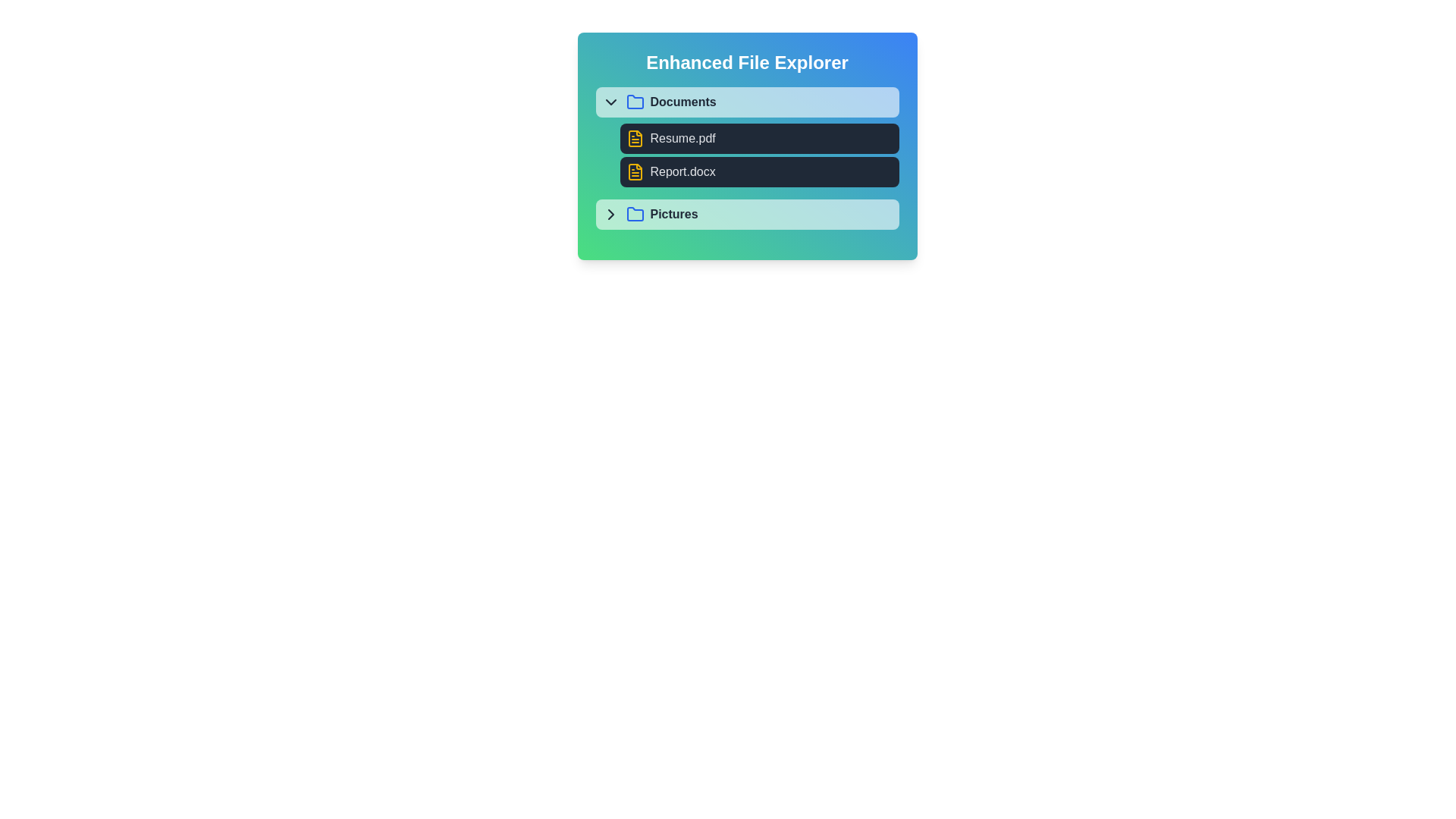  What do you see at coordinates (759, 138) in the screenshot?
I see `the file Resume.pdf to view its details` at bounding box center [759, 138].